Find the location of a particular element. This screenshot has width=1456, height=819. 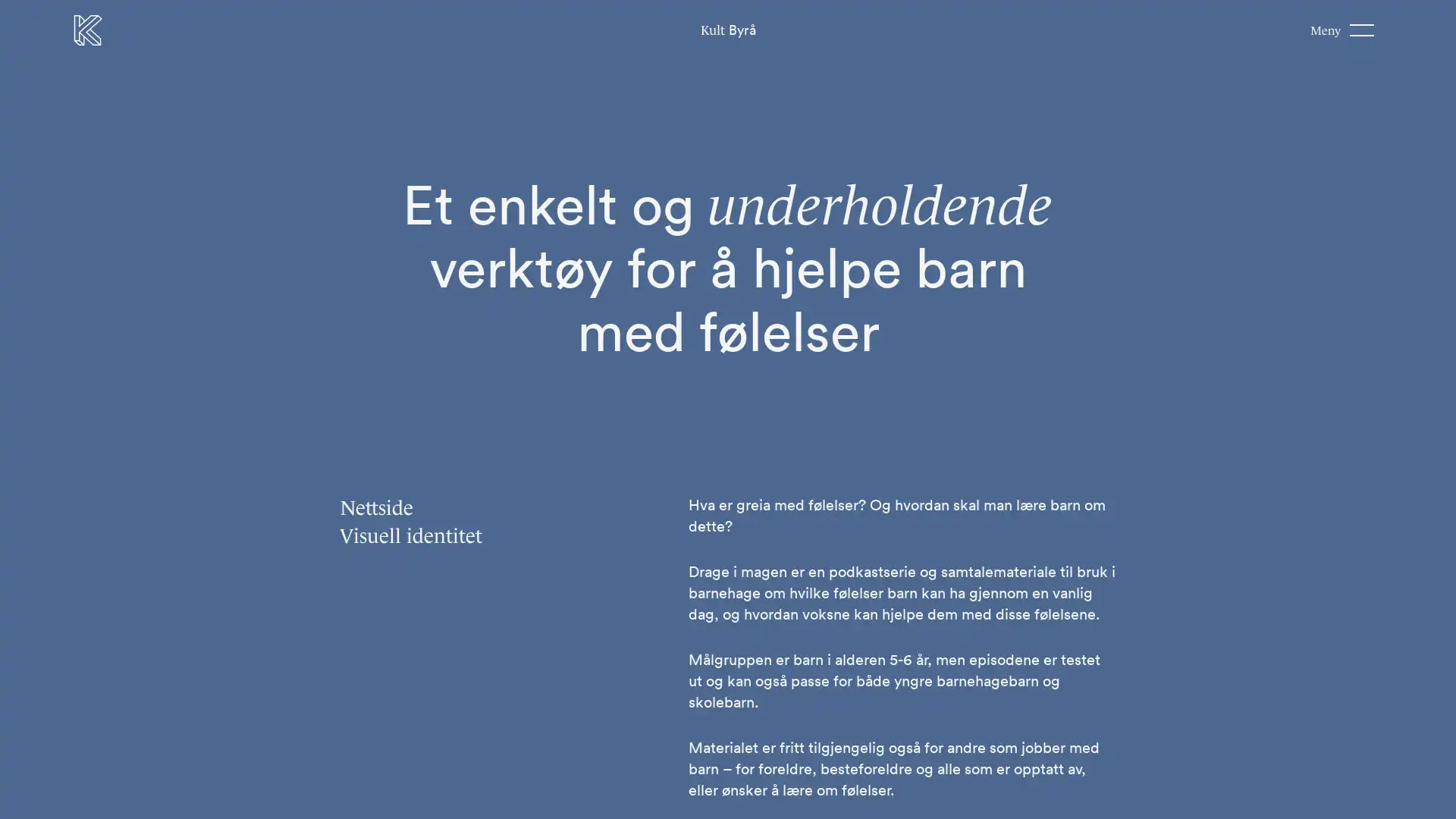

Meny is located at coordinates (1337, 30).